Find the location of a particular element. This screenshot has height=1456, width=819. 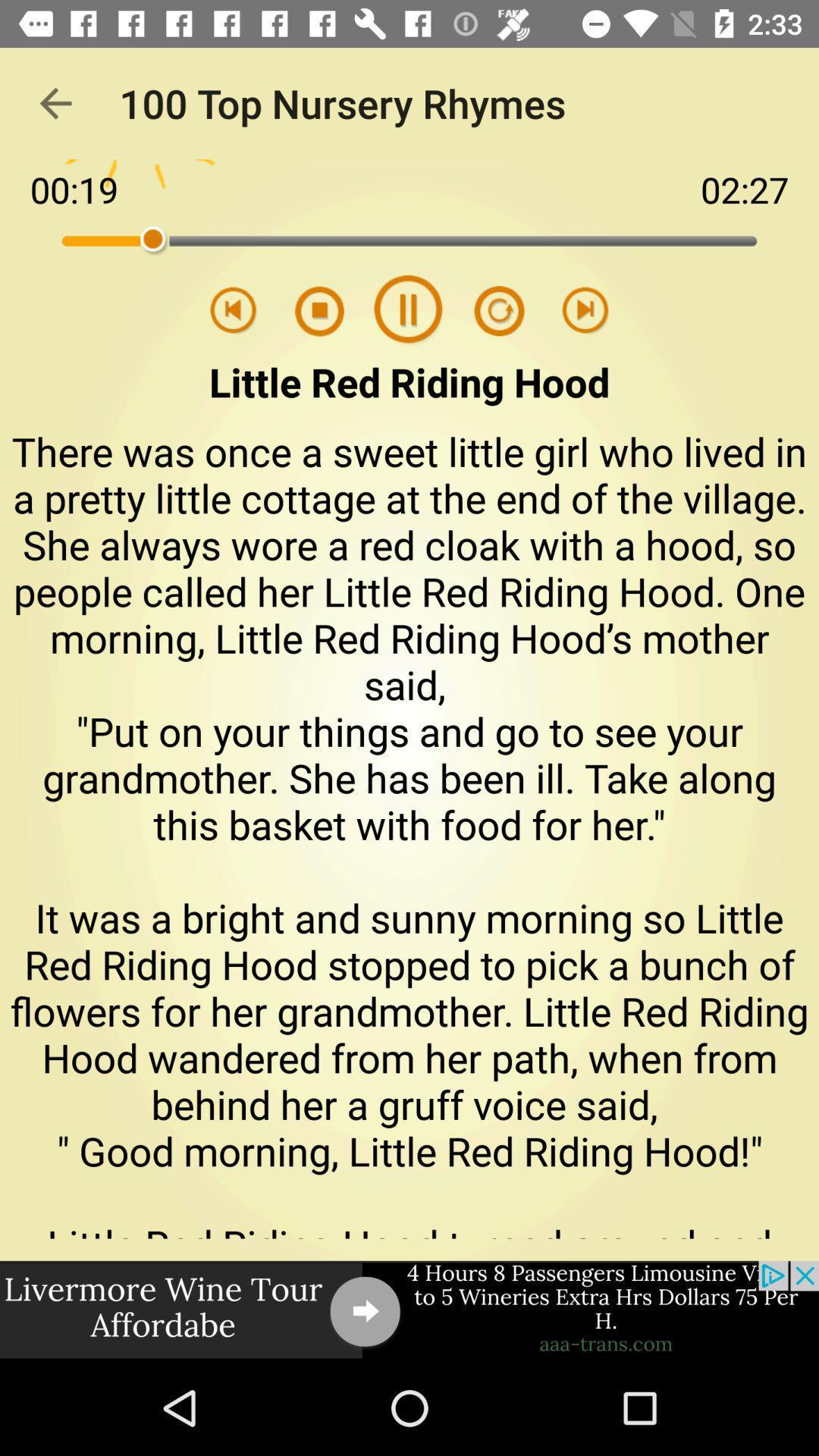

hood papaattern is located at coordinates (489, 310).